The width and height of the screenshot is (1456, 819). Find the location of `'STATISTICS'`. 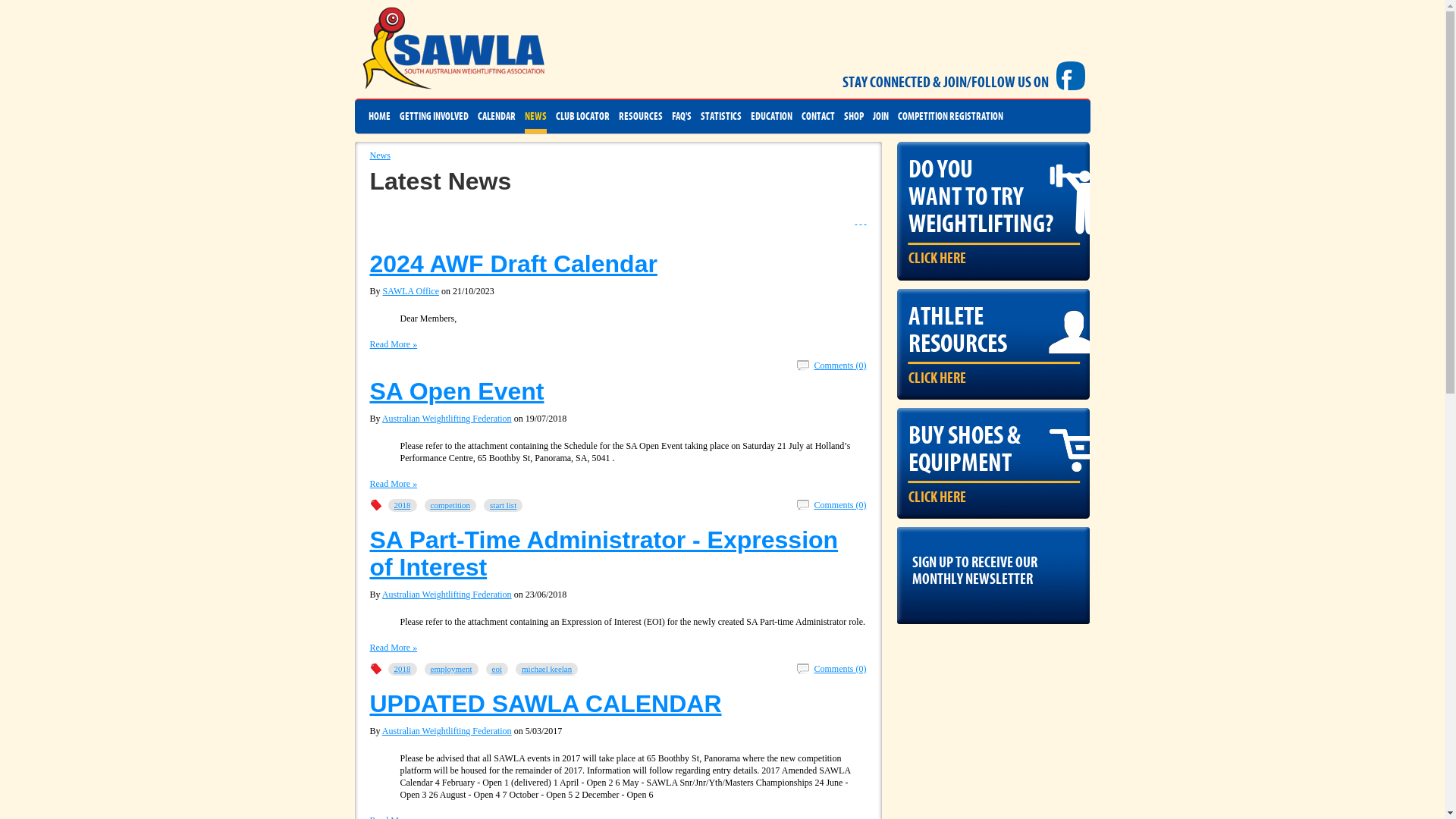

'STATISTICS' is located at coordinates (720, 116).